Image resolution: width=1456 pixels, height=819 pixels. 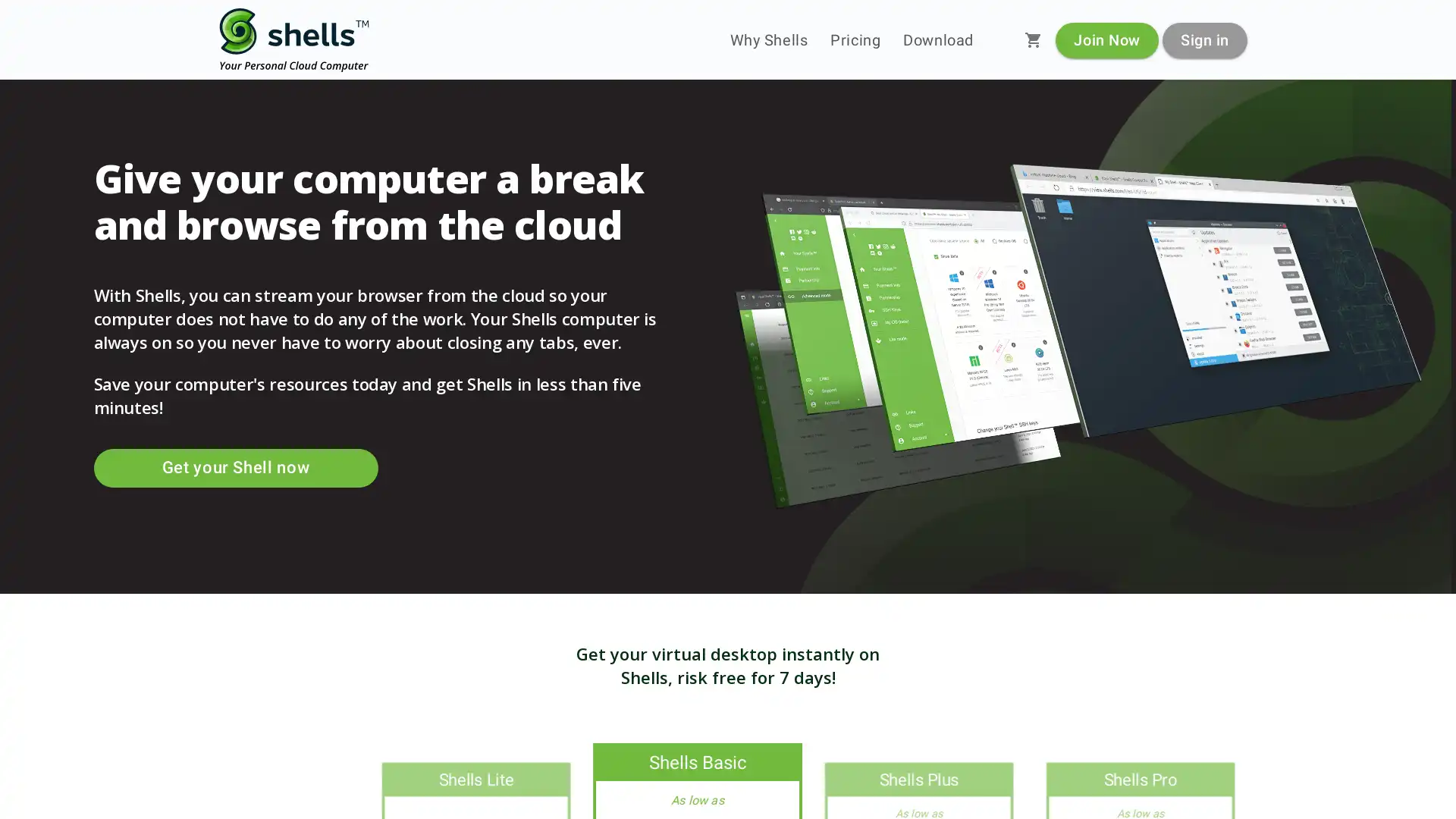 I want to click on Pricing, so click(x=855, y=39).